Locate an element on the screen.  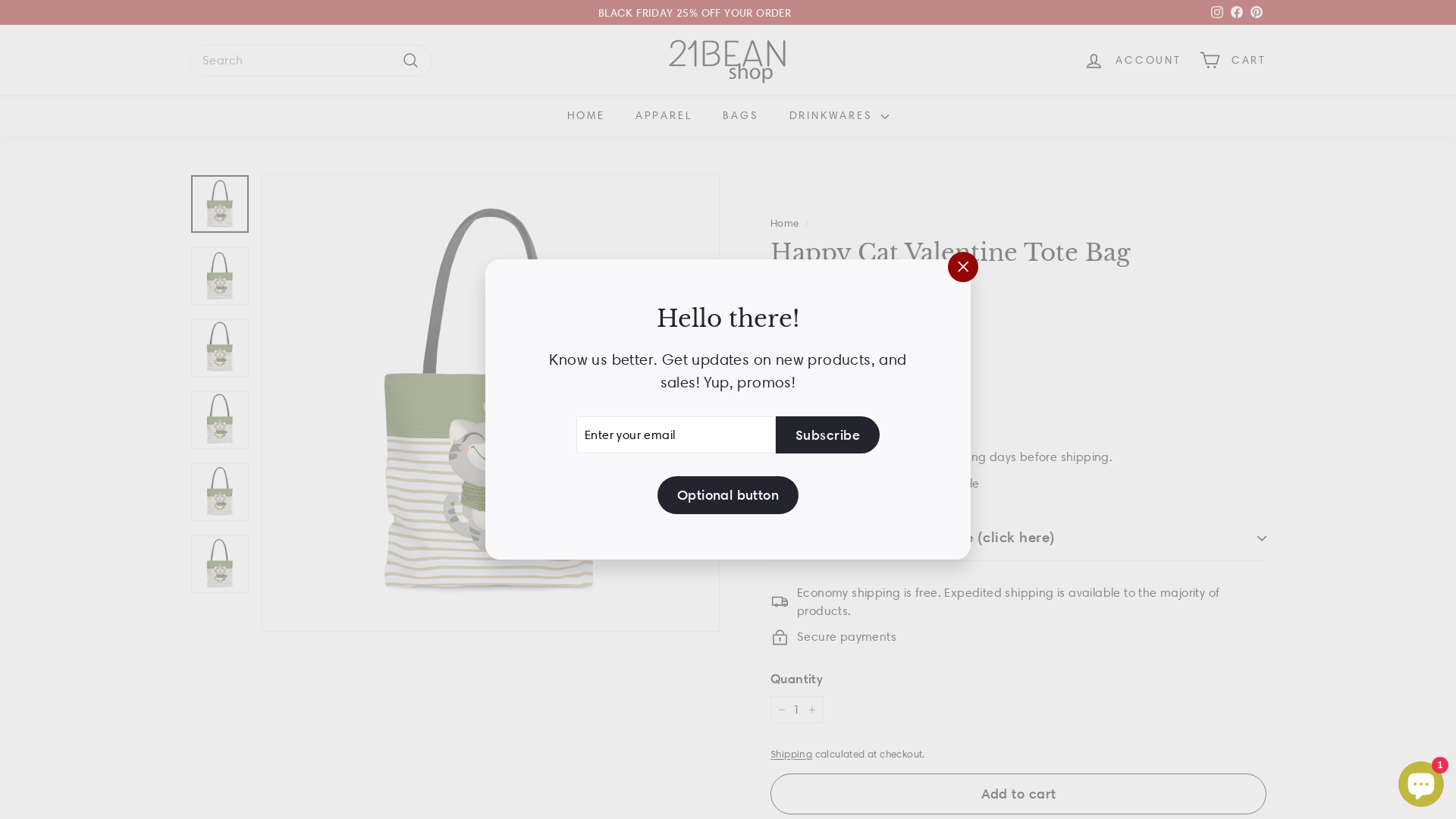
'Add to cart' is located at coordinates (1018, 792).